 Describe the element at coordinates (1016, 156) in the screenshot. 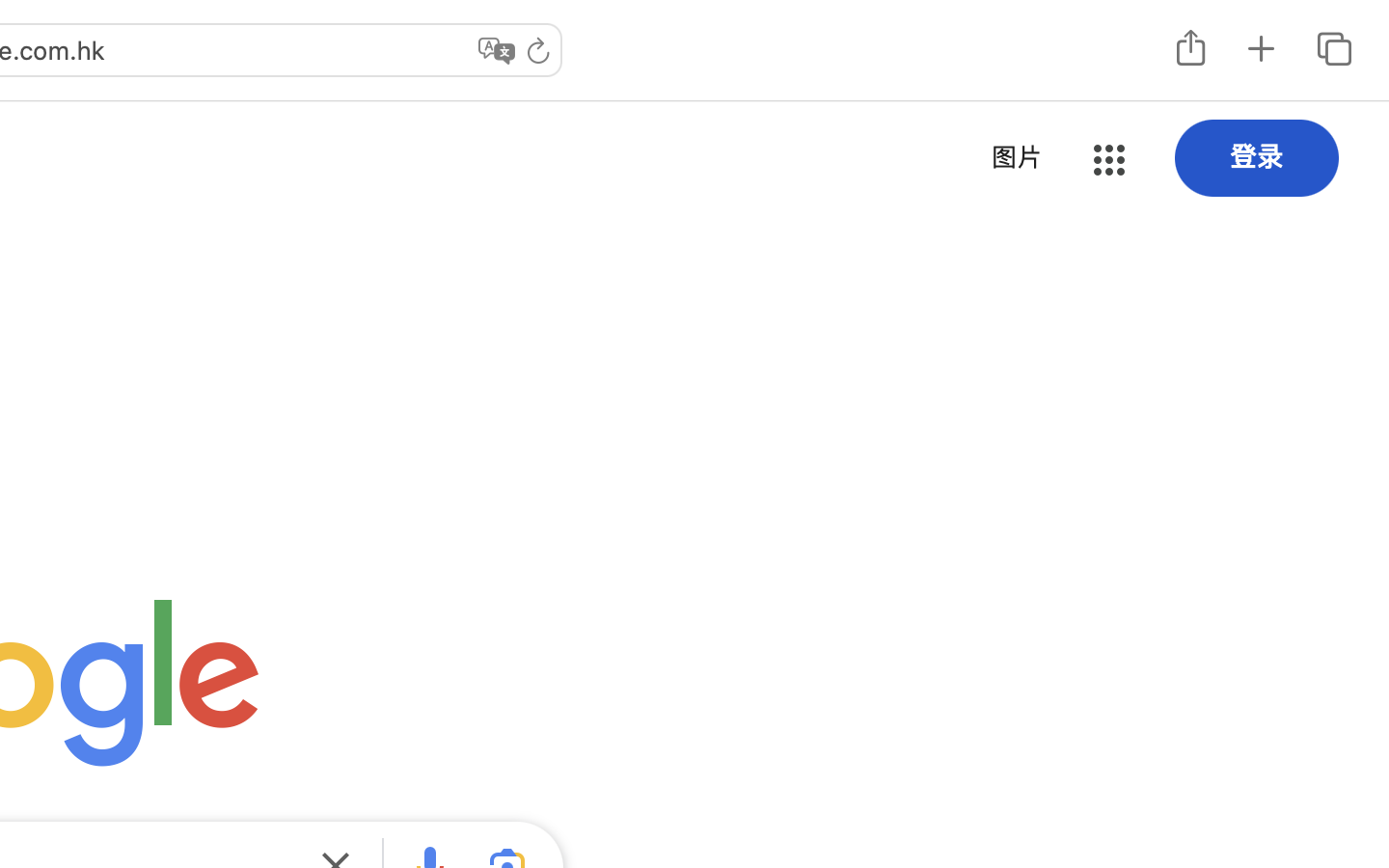

I see `'图片'` at that location.